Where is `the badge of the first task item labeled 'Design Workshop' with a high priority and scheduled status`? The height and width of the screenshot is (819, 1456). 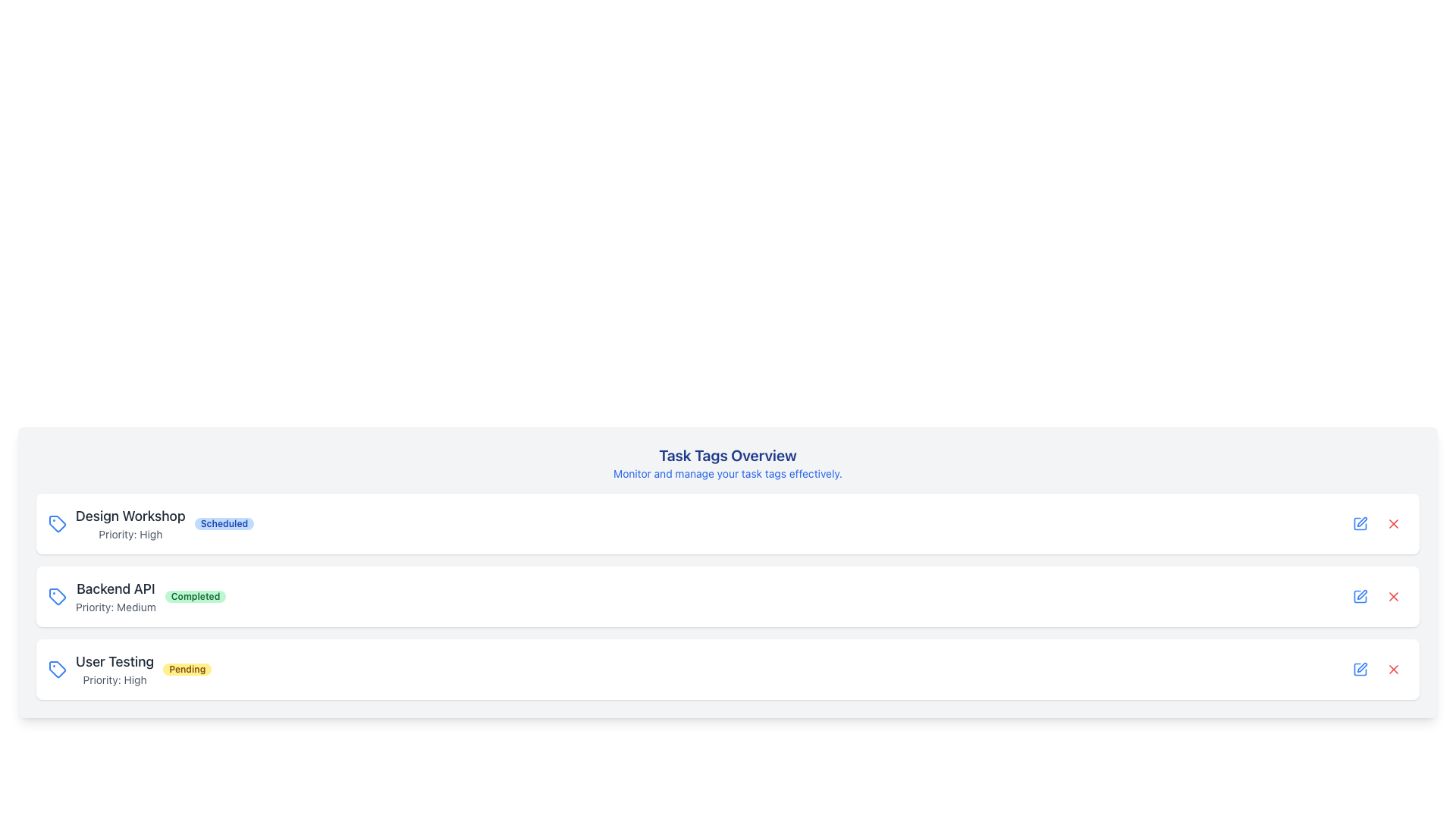
the badge of the first task item labeled 'Design Workshop' with a high priority and scheduled status is located at coordinates (151, 522).